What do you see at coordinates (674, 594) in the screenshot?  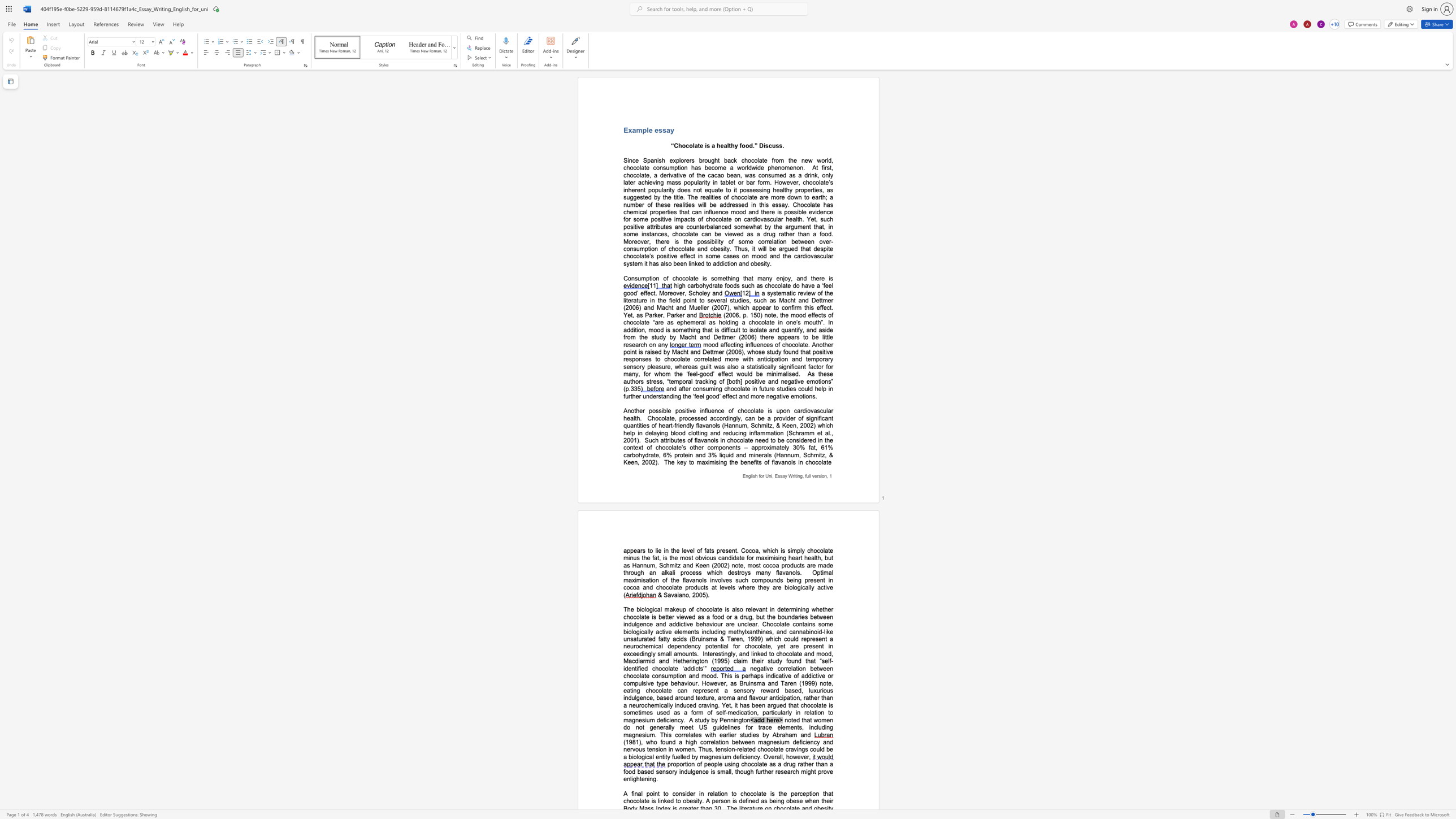 I see `the space between the continuous character "v" and "a" in the text` at bounding box center [674, 594].